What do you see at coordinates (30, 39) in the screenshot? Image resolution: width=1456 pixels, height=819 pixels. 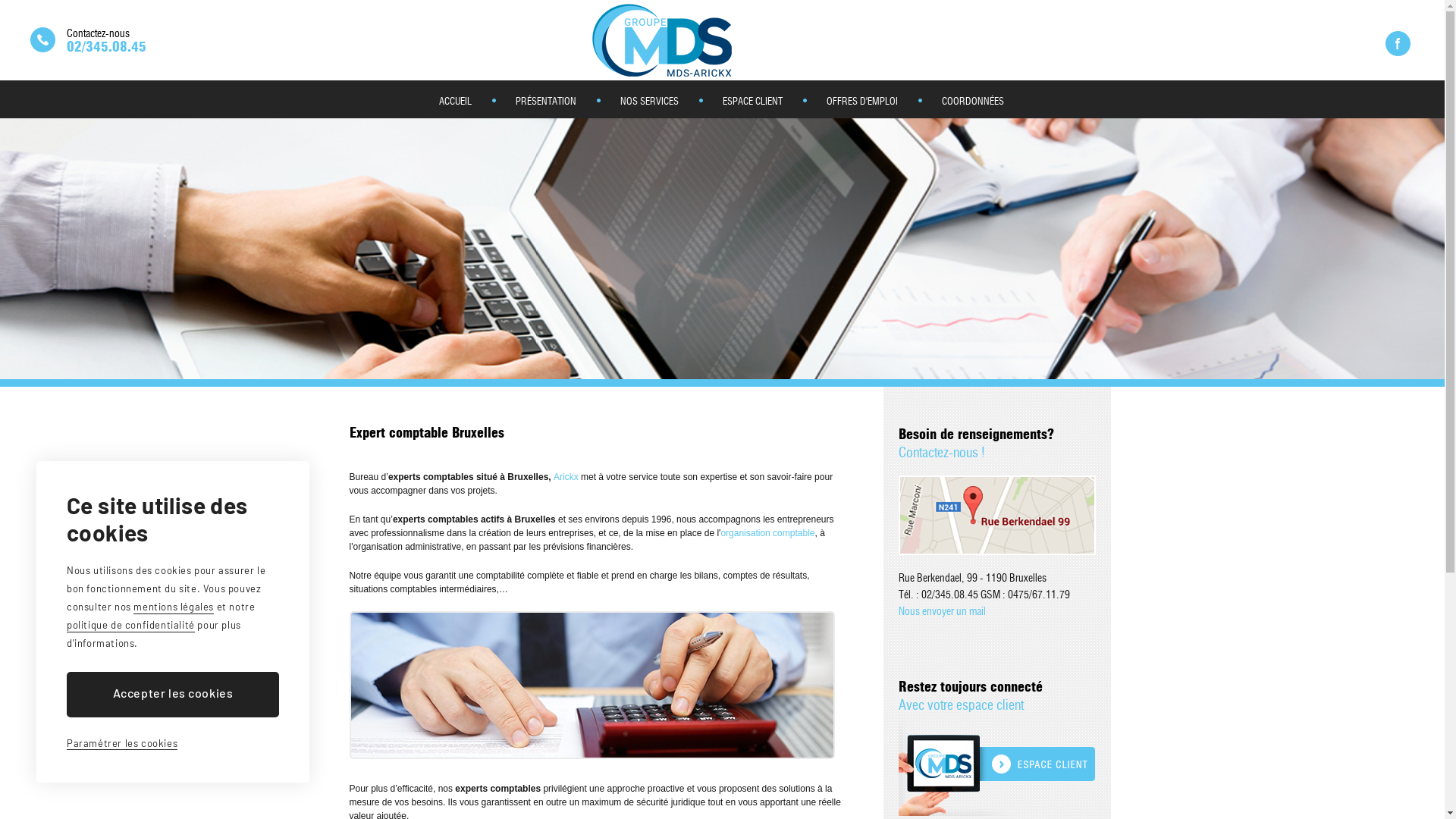 I see `'Nous contacter'` at bounding box center [30, 39].